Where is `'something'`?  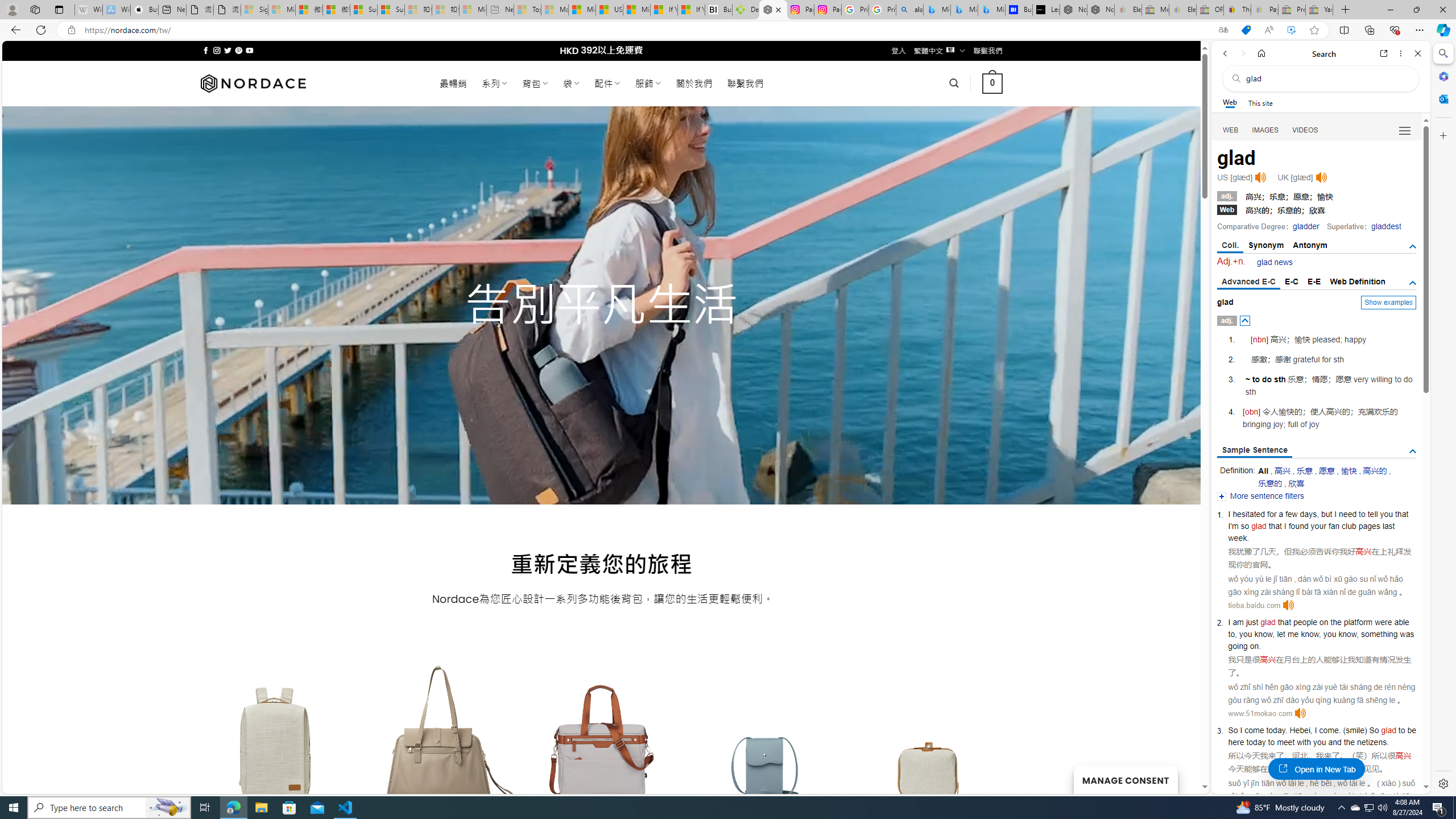
'something' is located at coordinates (1379, 634).